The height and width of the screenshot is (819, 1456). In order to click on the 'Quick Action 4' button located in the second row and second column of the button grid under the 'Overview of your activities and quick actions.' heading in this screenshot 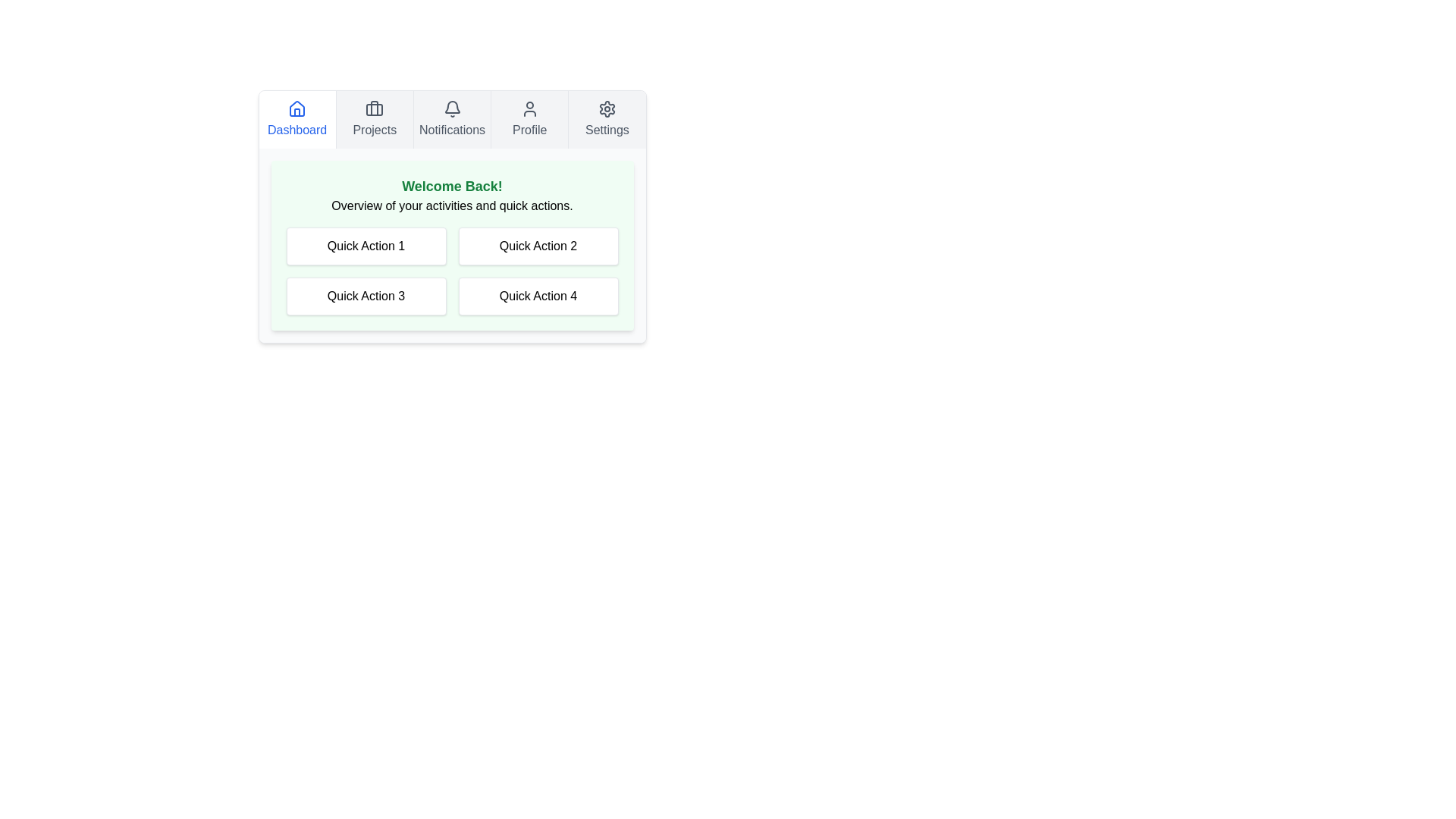, I will do `click(538, 296)`.